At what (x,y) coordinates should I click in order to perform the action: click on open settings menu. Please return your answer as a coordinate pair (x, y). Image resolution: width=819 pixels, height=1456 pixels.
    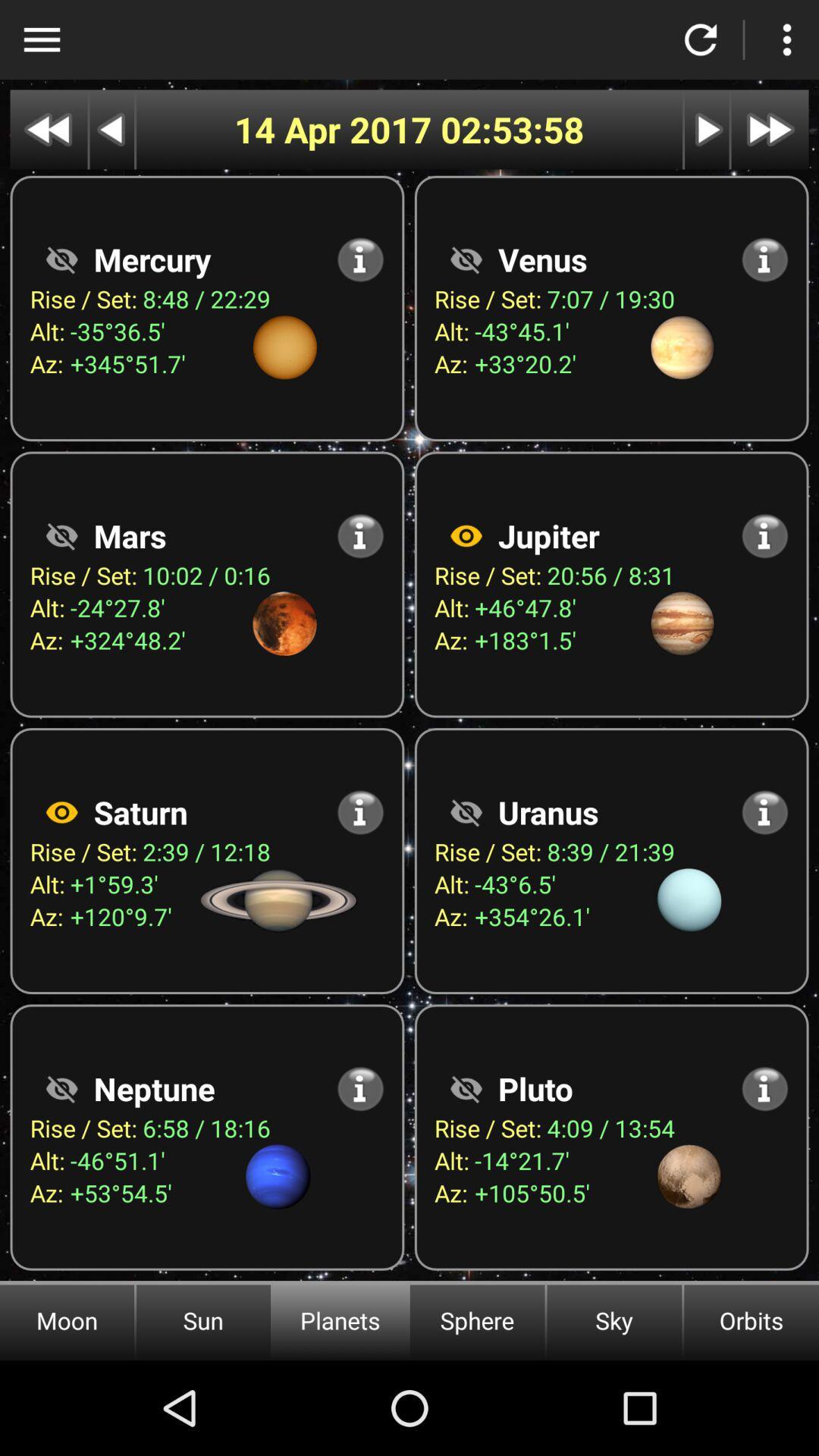
    Looking at the image, I should click on (786, 39).